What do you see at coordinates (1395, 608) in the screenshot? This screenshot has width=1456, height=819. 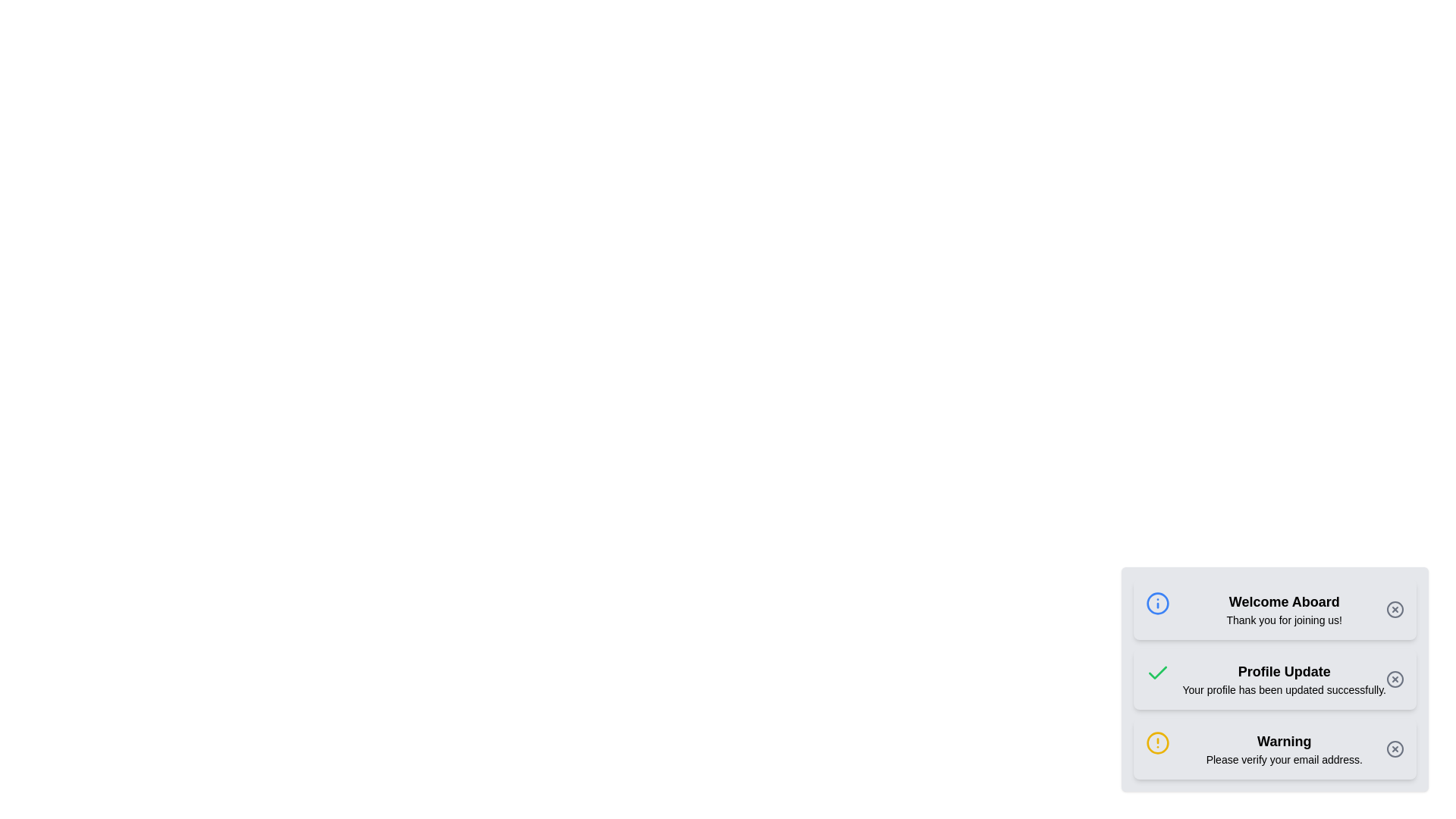 I see `the close button on the right side of the 'Welcome Aboard' notification box` at bounding box center [1395, 608].